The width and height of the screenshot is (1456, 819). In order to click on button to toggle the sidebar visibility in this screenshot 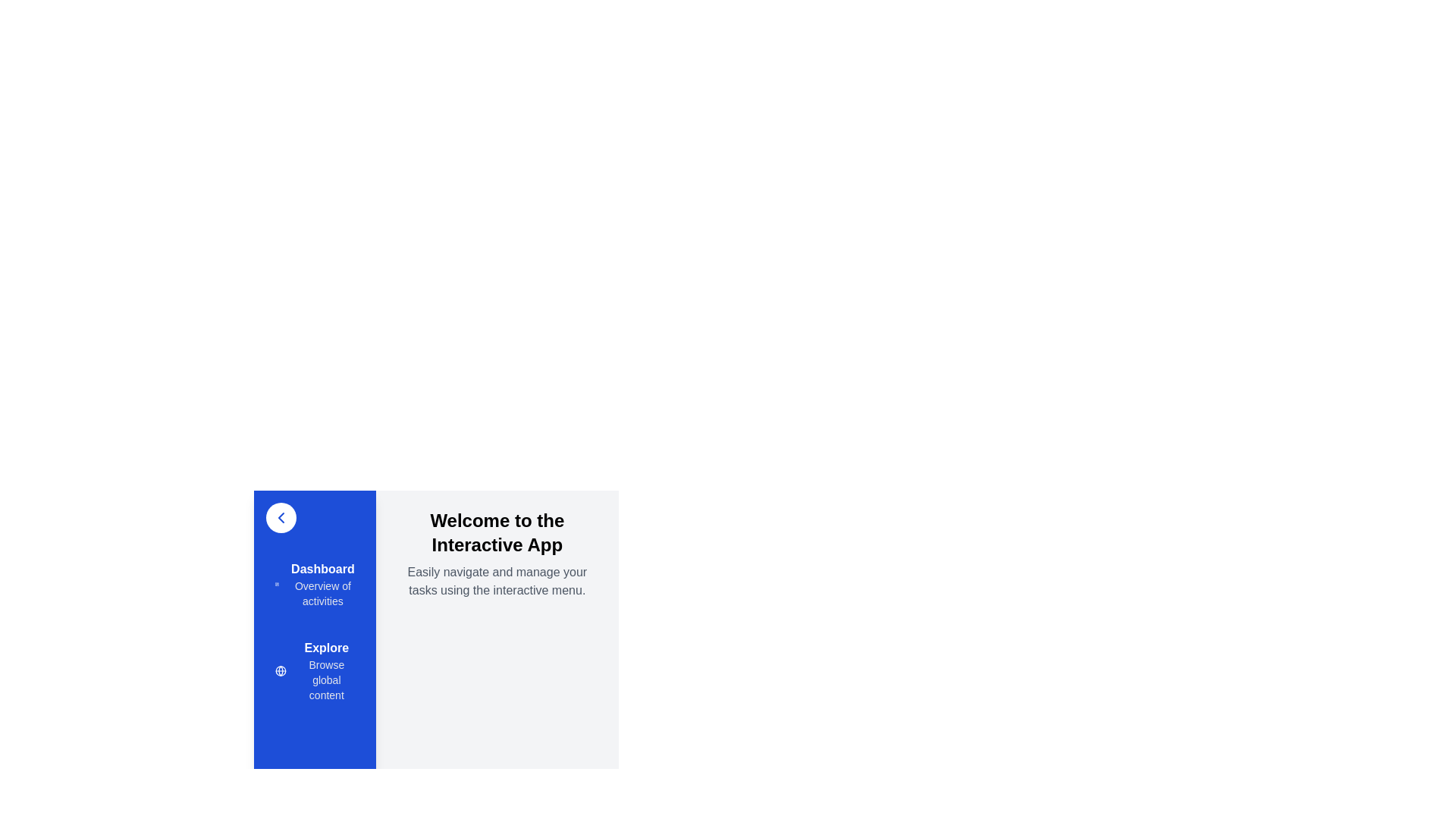, I will do `click(281, 516)`.